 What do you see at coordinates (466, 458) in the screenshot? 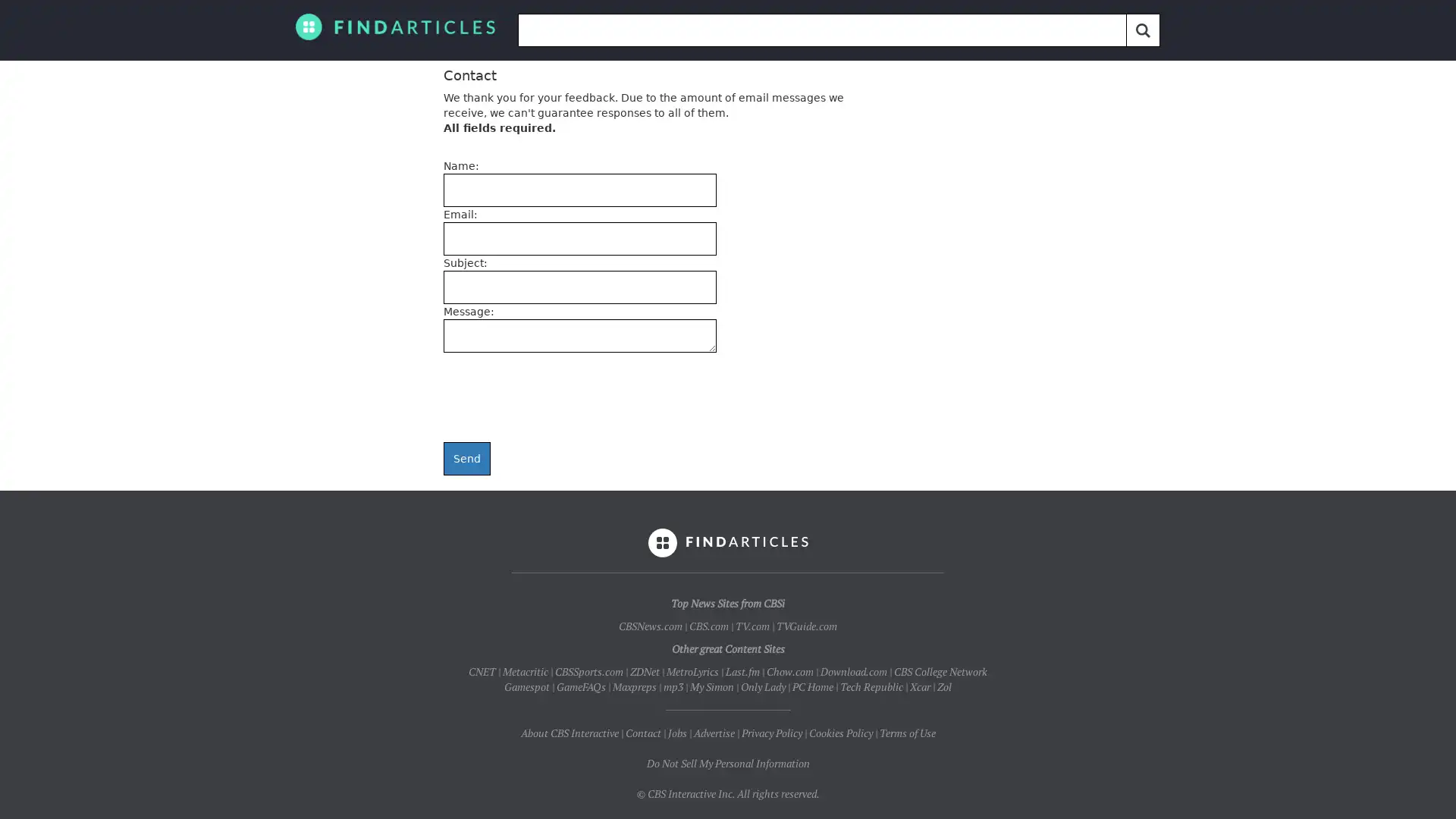
I see `Send` at bounding box center [466, 458].